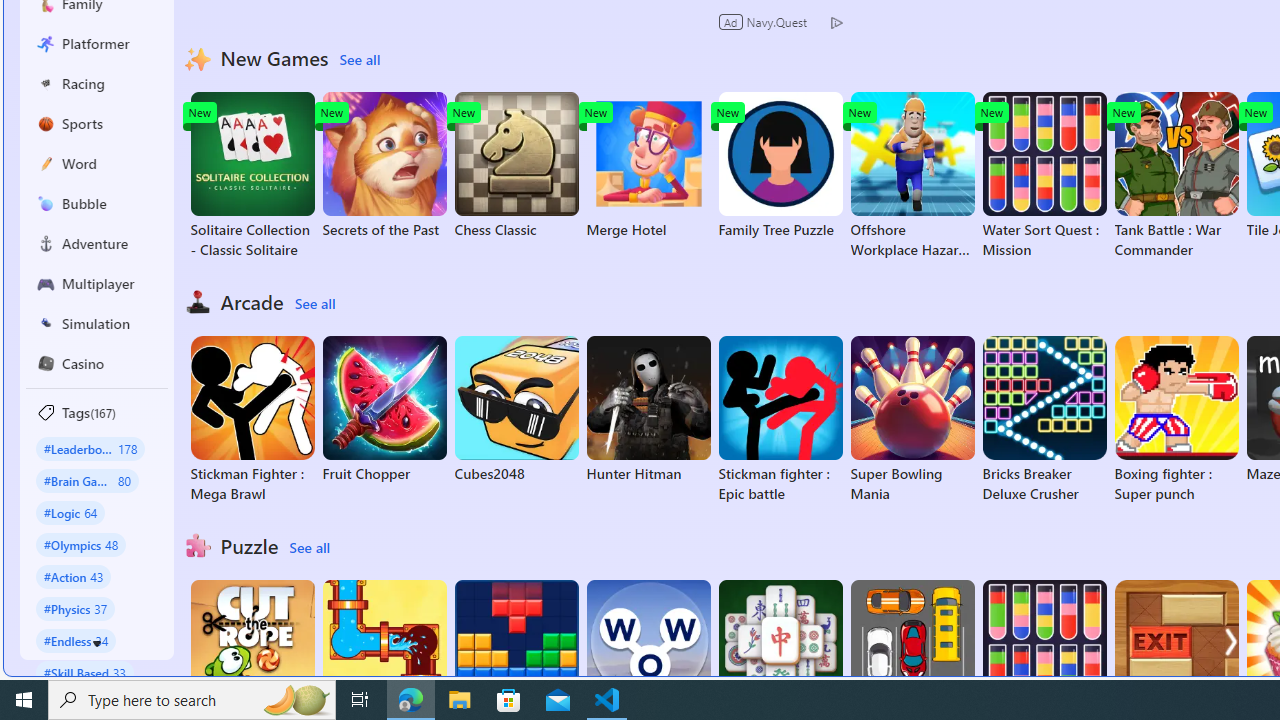 Image resolution: width=1280 pixels, height=720 pixels. Describe the element at coordinates (251, 419) in the screenshot. I see `'Stickman Fighter : Mega Brawl'` at that location.